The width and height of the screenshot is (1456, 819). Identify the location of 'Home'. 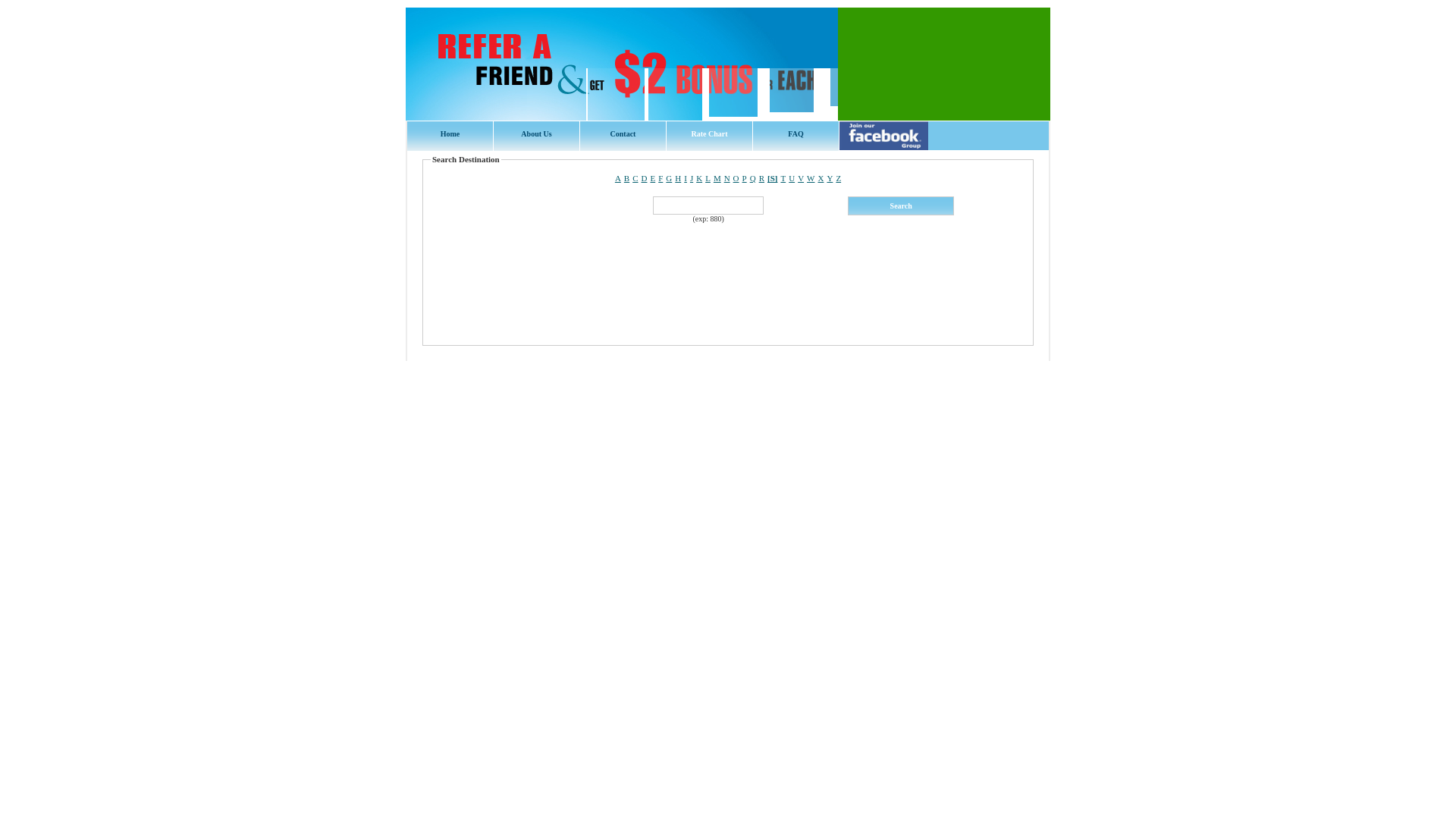
(450, 134).